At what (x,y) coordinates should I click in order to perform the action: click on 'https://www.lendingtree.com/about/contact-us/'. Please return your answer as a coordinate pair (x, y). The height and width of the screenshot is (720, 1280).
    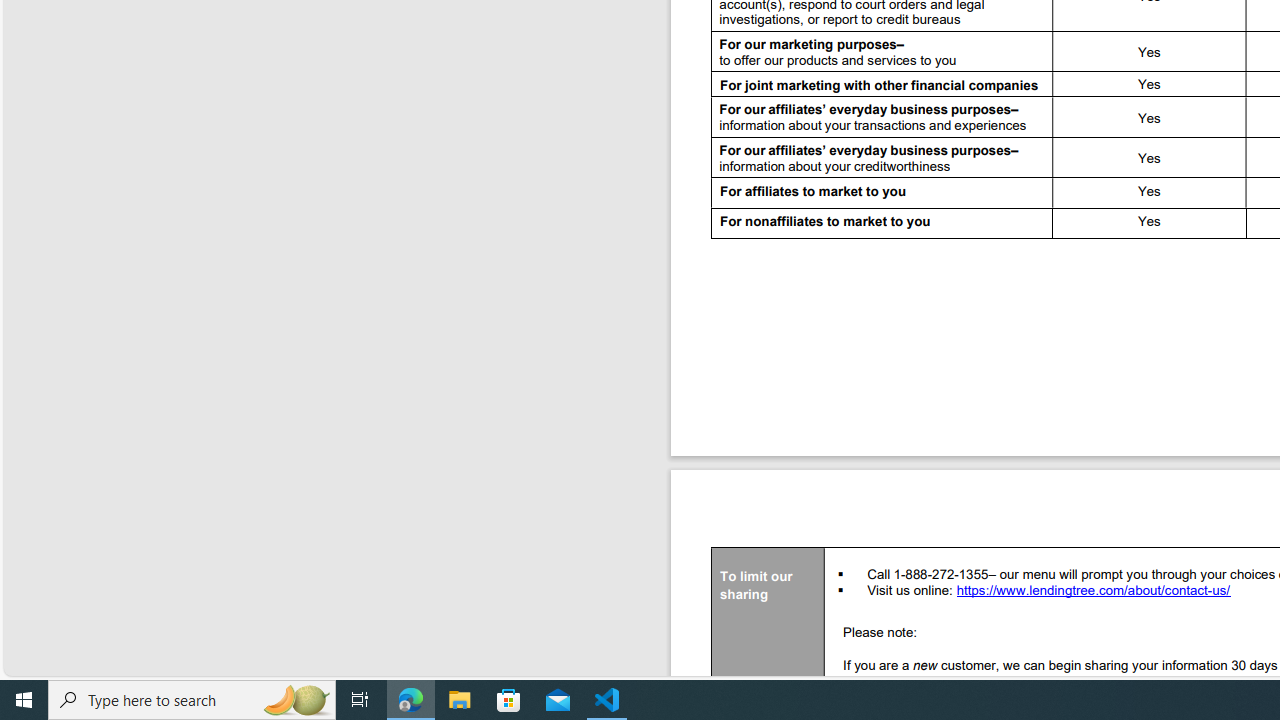
    Looking at the image, I should click on (1093, 590).